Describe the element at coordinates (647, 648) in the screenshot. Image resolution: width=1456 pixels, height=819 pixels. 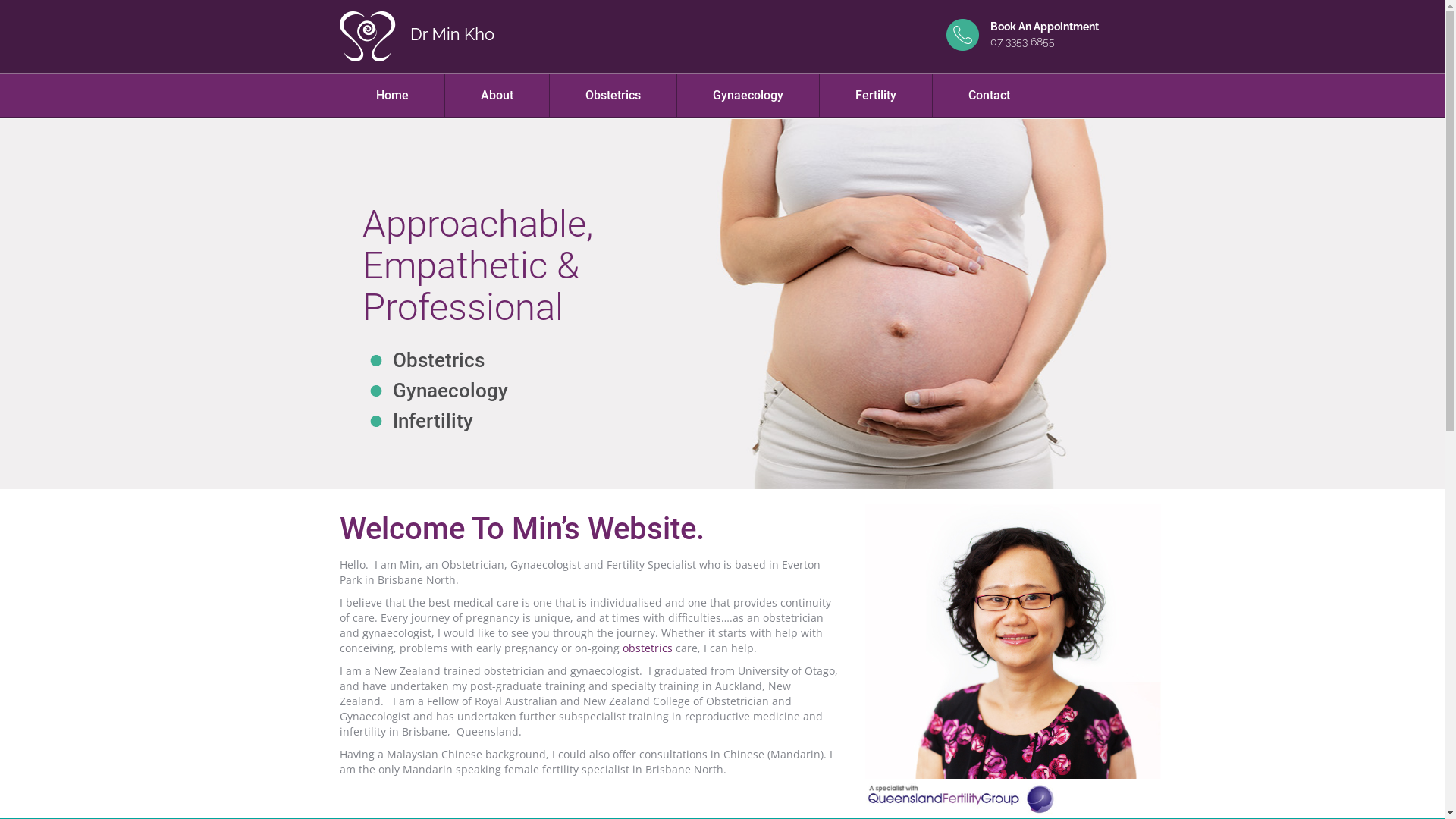
I see `'obstetrics'` at that location.